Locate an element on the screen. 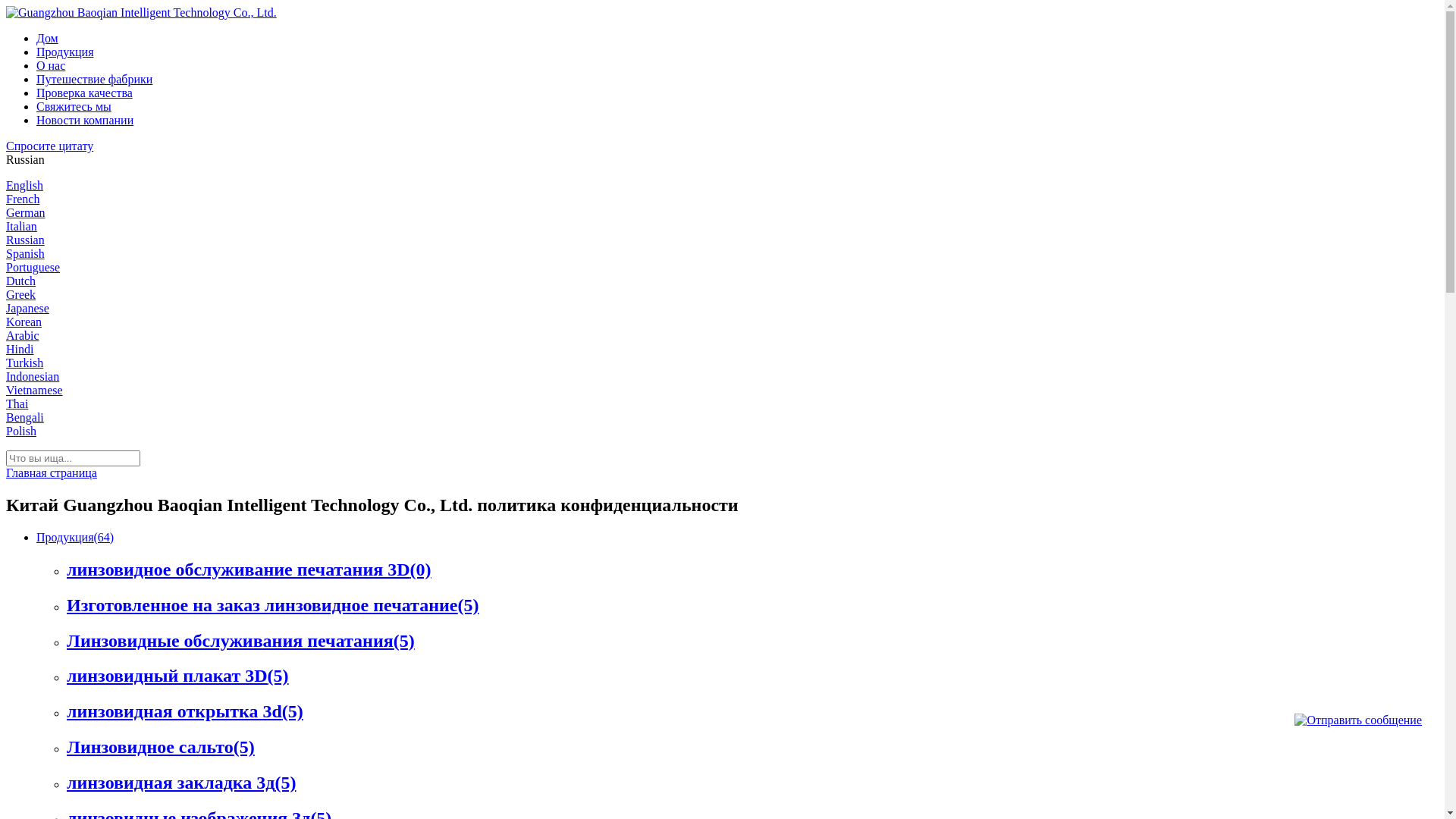 This screenshot has width=1456, height=819. 'Indonesian' is located at coordinates (33, 375).